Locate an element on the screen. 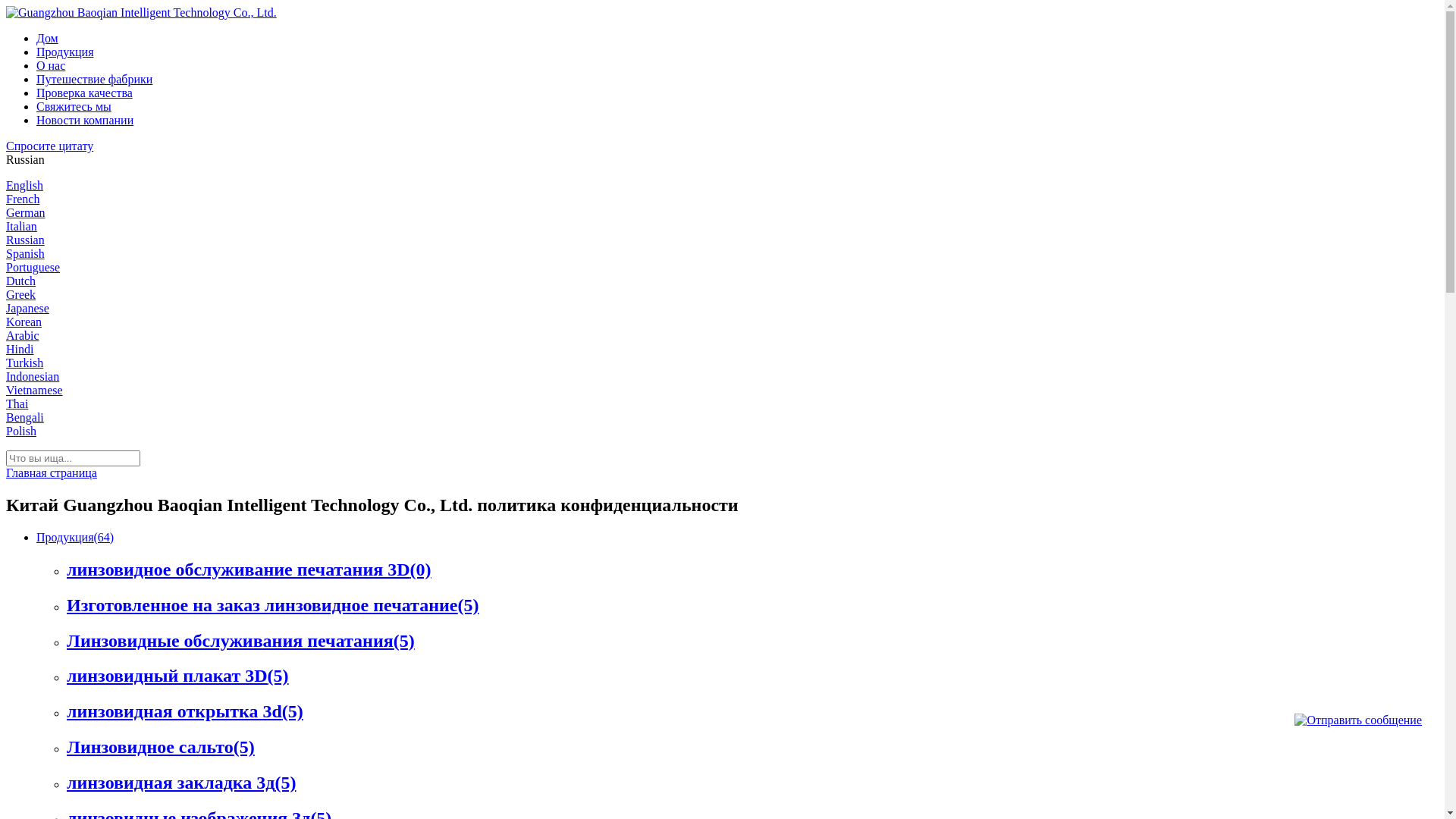 This screenshot has width=1456, height=819. 'Indonesian' is located at coordinates (33, 375).